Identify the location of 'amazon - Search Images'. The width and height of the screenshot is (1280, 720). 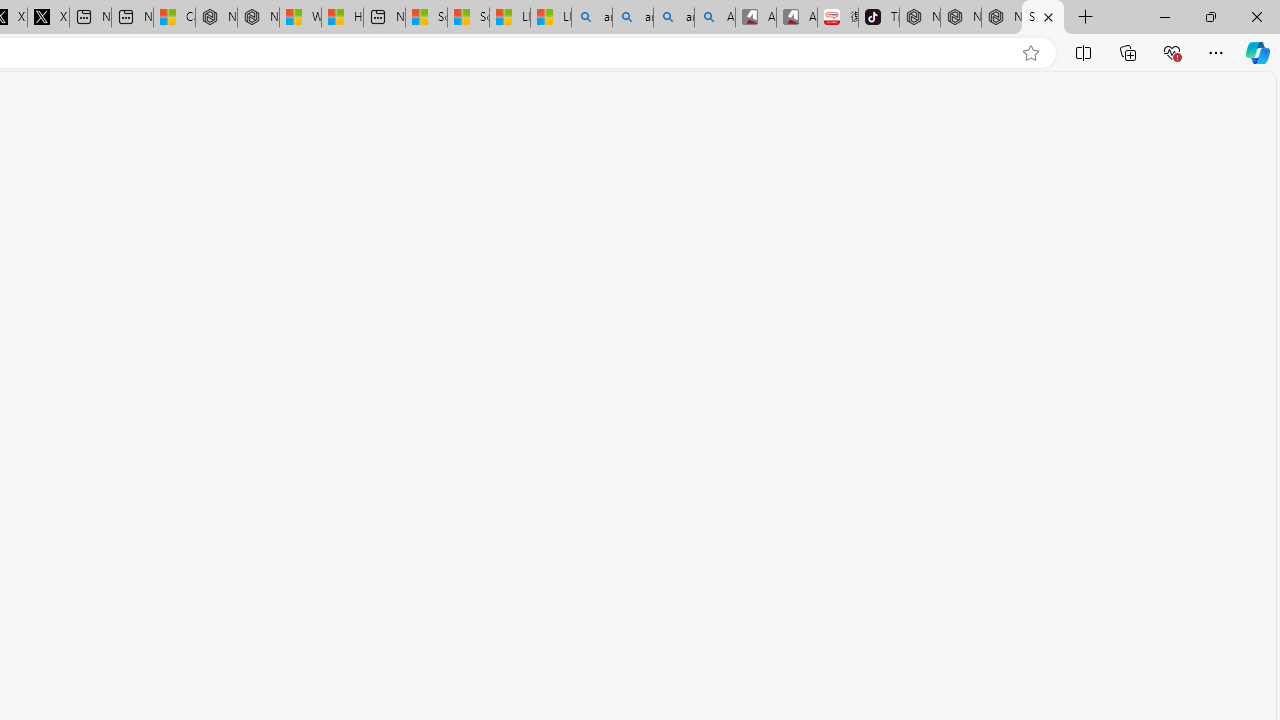
(673, 17).